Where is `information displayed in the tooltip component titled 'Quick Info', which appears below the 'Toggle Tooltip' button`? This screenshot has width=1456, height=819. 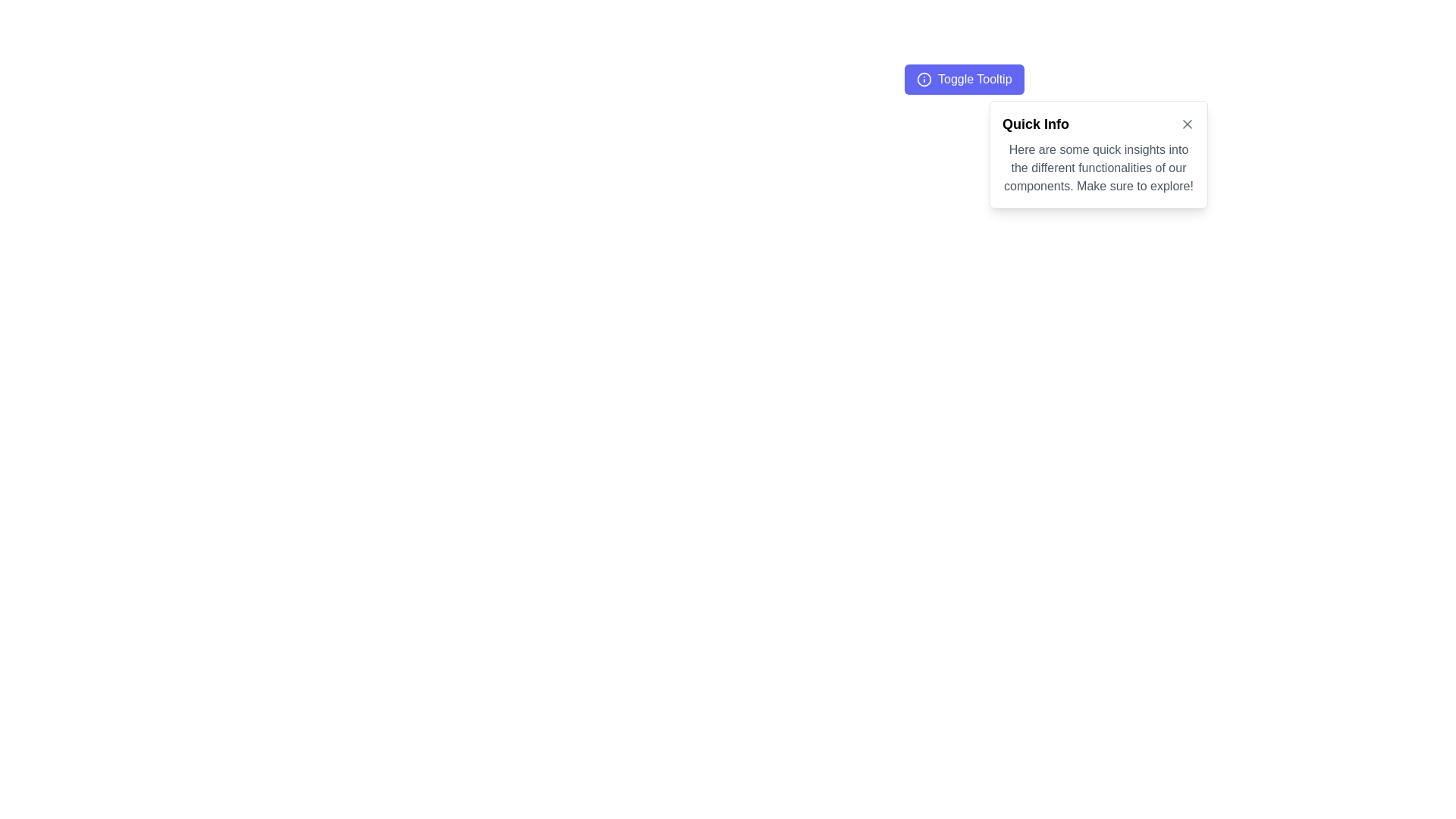
information displayed in the tooltip component titled 'Quick Info', which appears below the 'Toggle Tooltip' button is located at coordinates (1099, 155).